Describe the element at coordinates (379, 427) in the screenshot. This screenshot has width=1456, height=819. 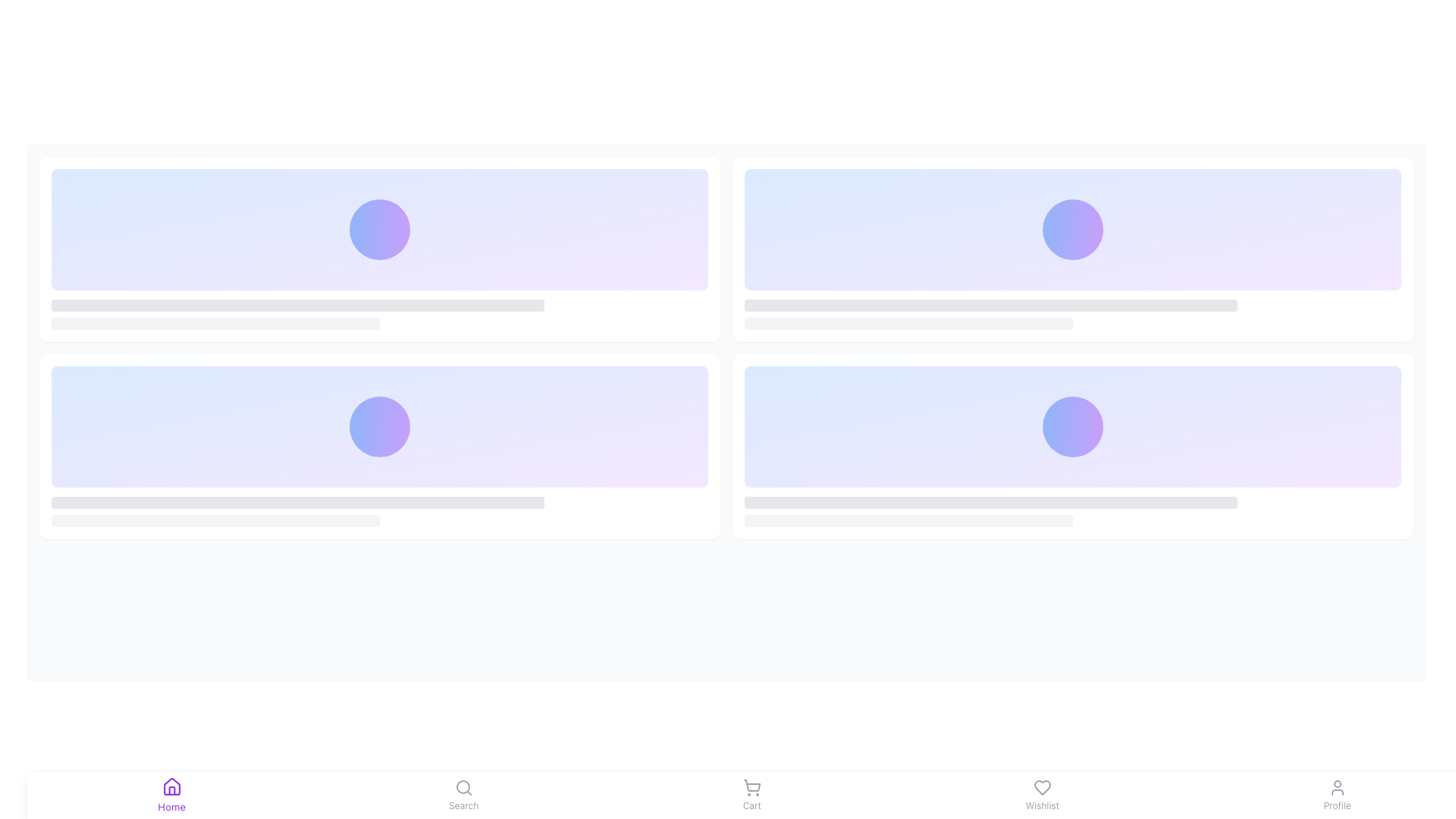
I see `the section with a decorative gradient background that features a gradient from light blue to light purple and includes a centered circular element with a gradient from blue to purple` at that location.